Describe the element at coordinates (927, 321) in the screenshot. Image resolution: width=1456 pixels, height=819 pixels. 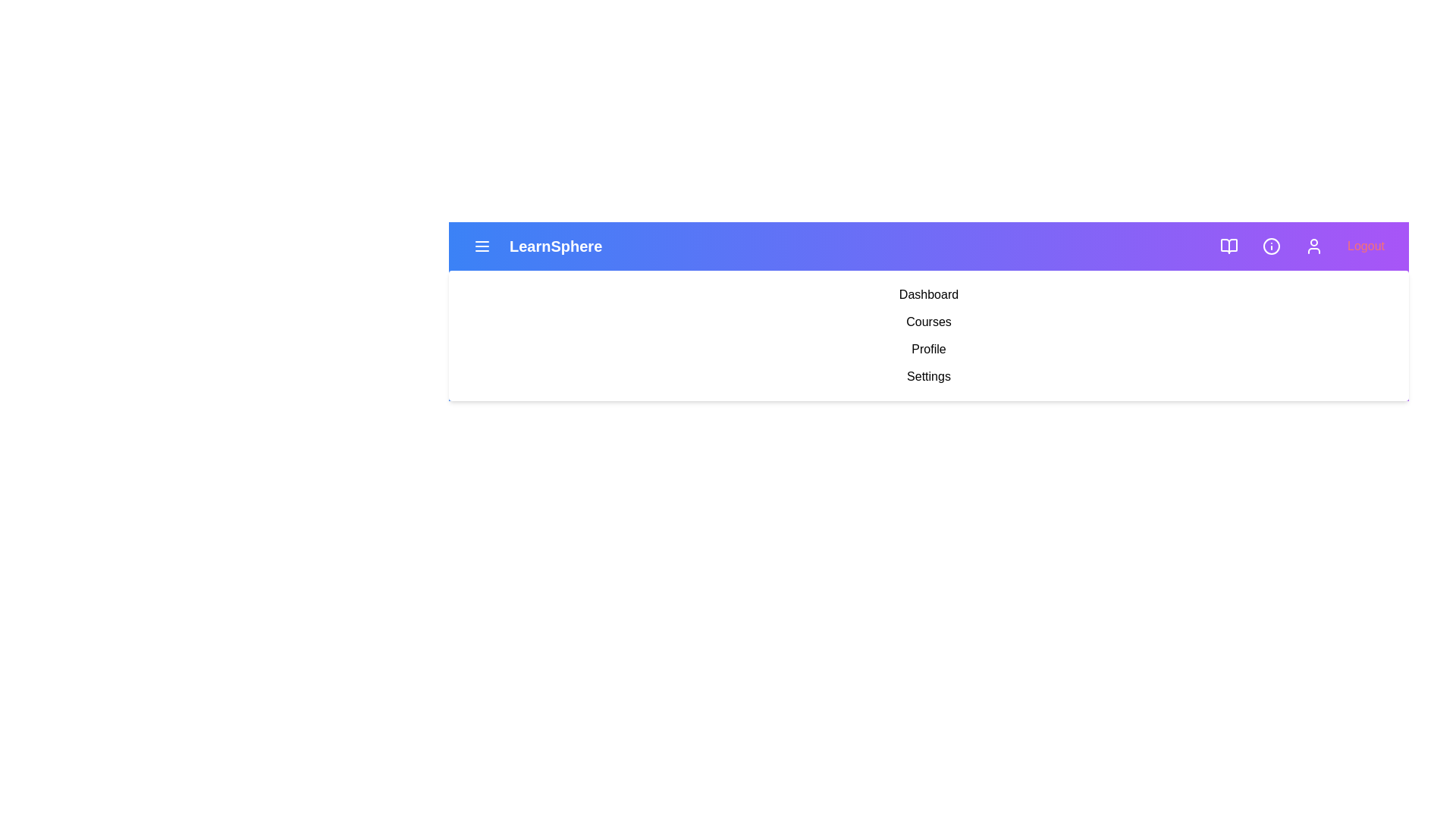
I see `the menu item labeled Courses to navigate to the corresponding section` at that location.